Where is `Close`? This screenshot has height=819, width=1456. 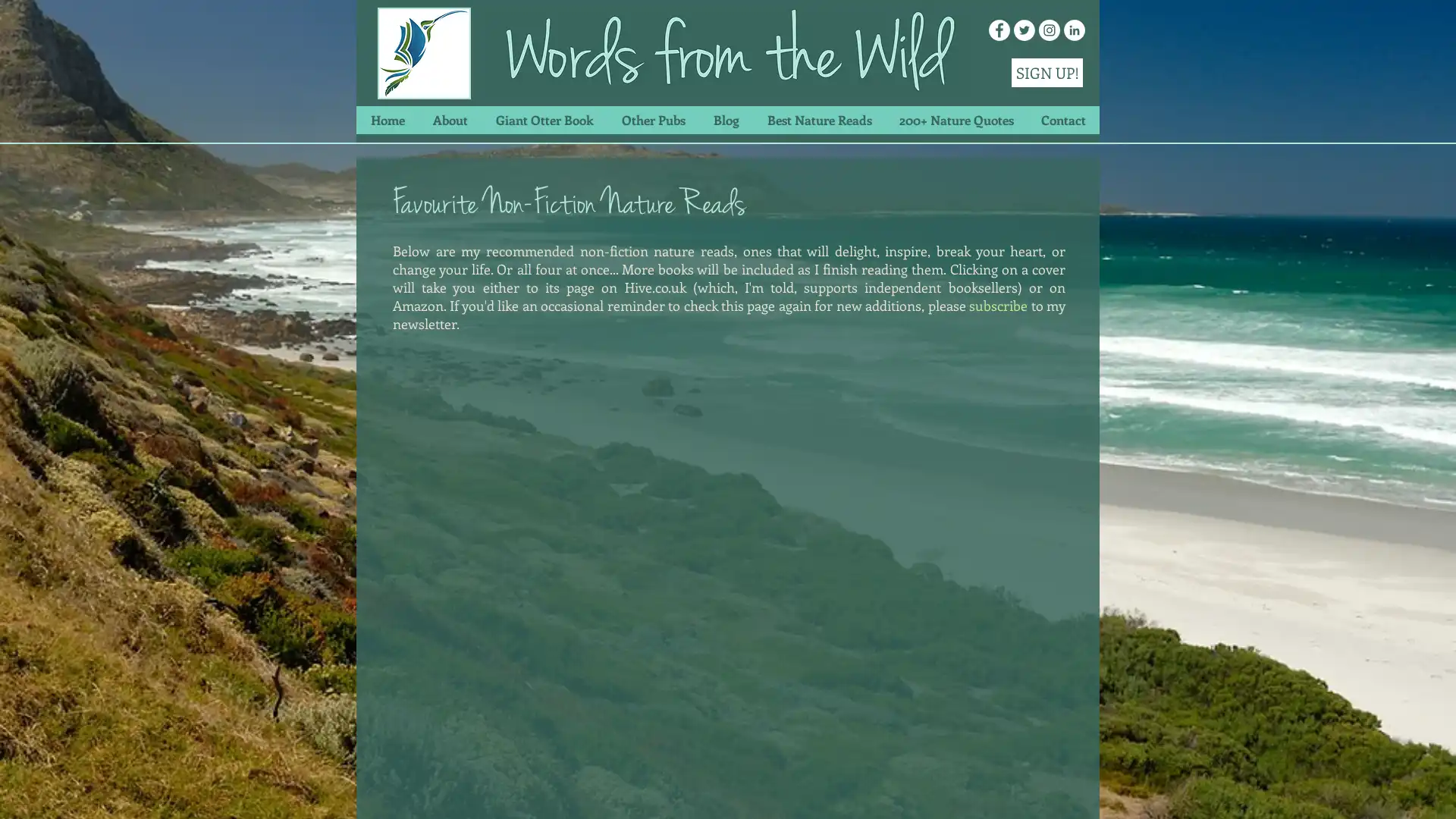
Close is located at coordinates (1437, 792).